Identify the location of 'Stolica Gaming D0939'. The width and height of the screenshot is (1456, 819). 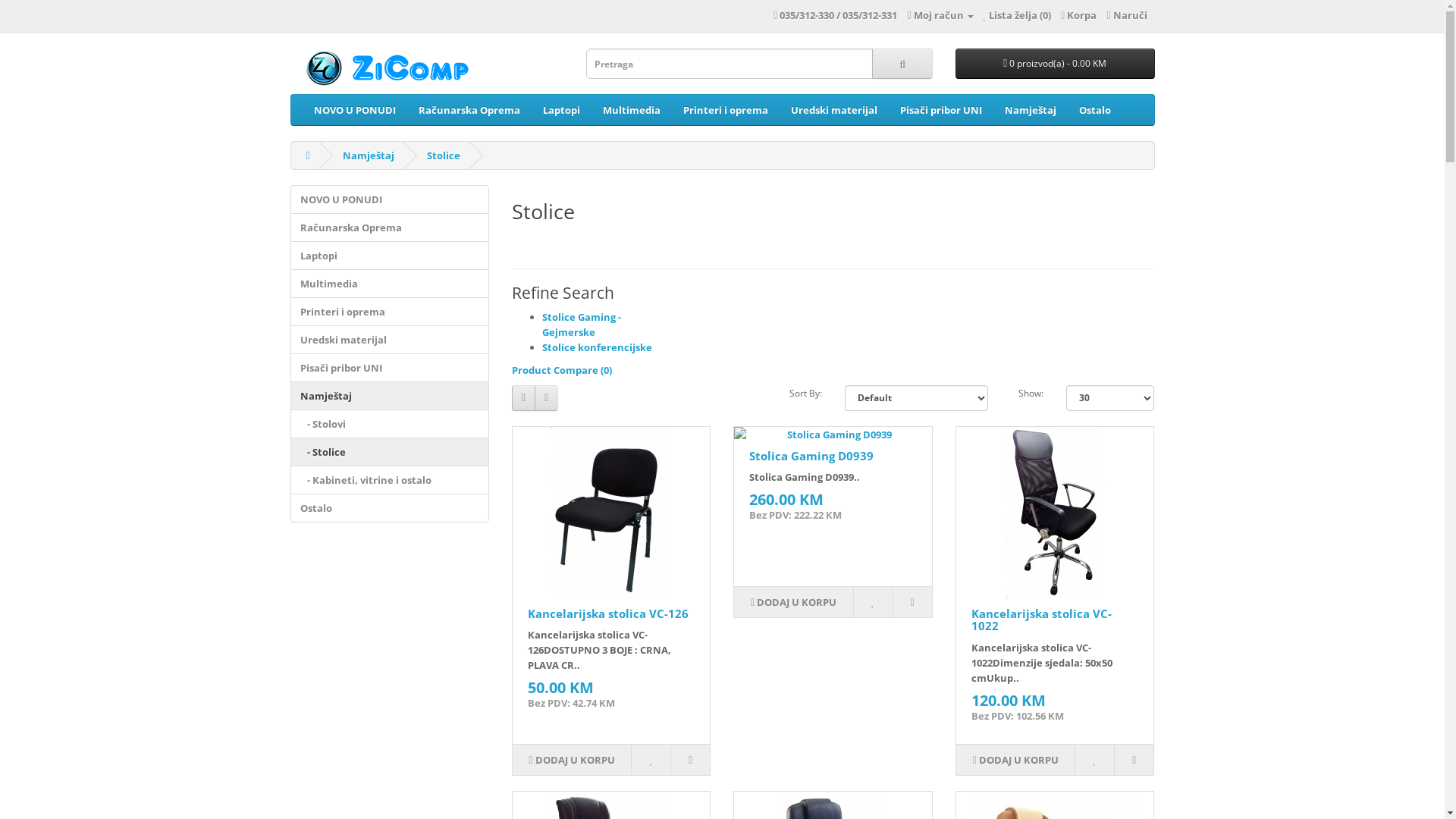
(811, 455).